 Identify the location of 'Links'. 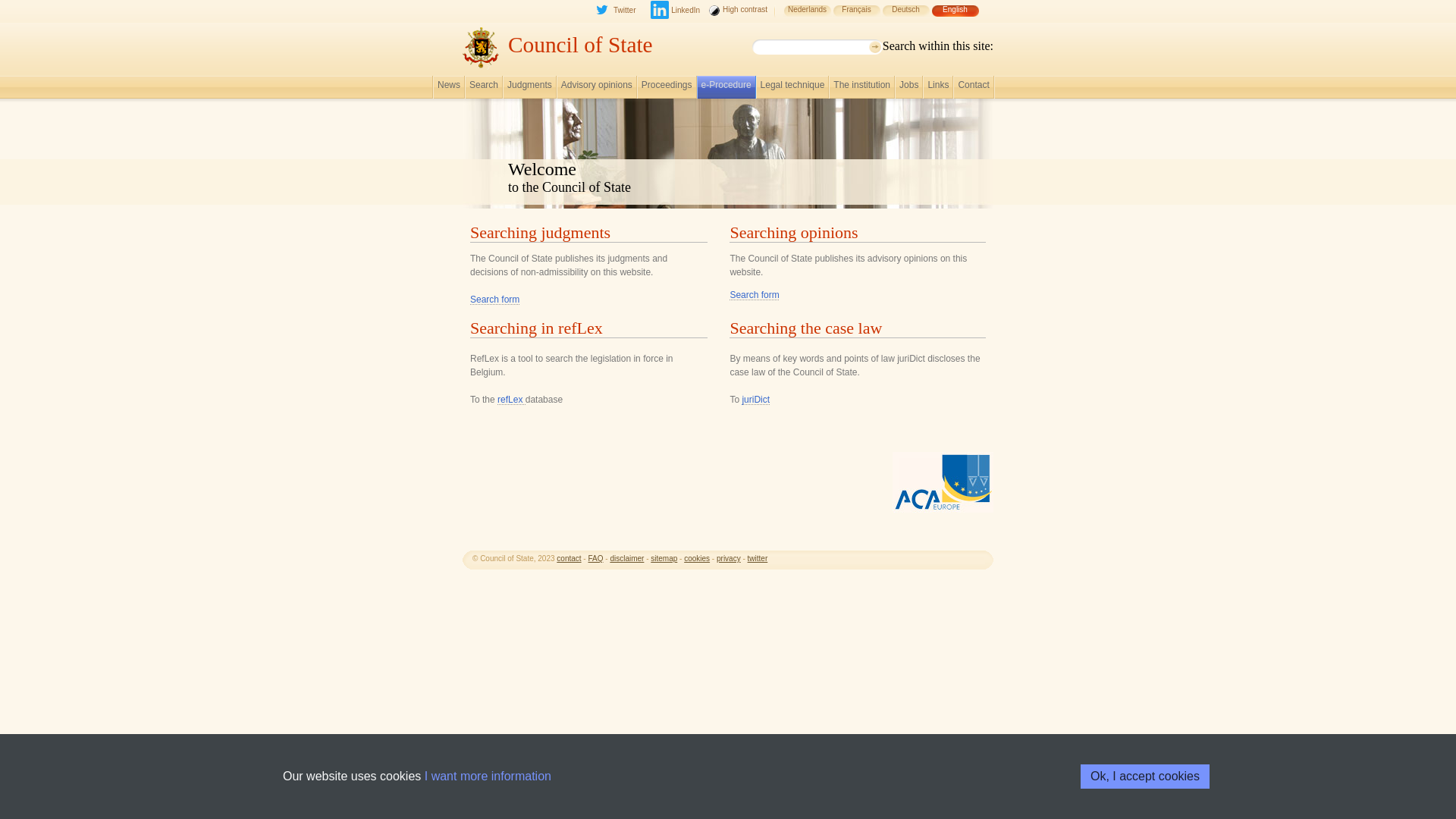
(937, 89).